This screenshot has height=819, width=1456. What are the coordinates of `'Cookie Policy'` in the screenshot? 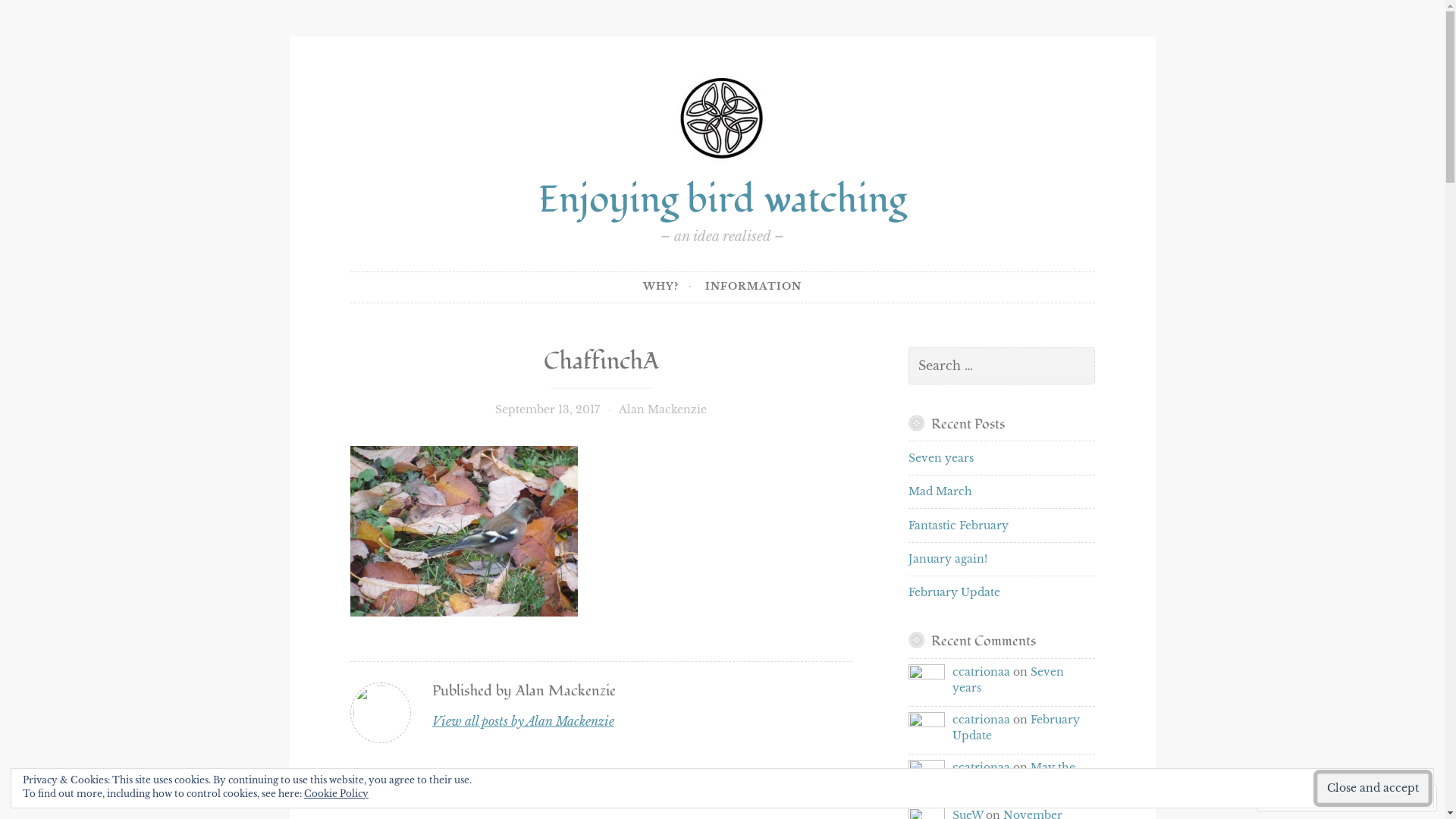 It's located at (335, 792).